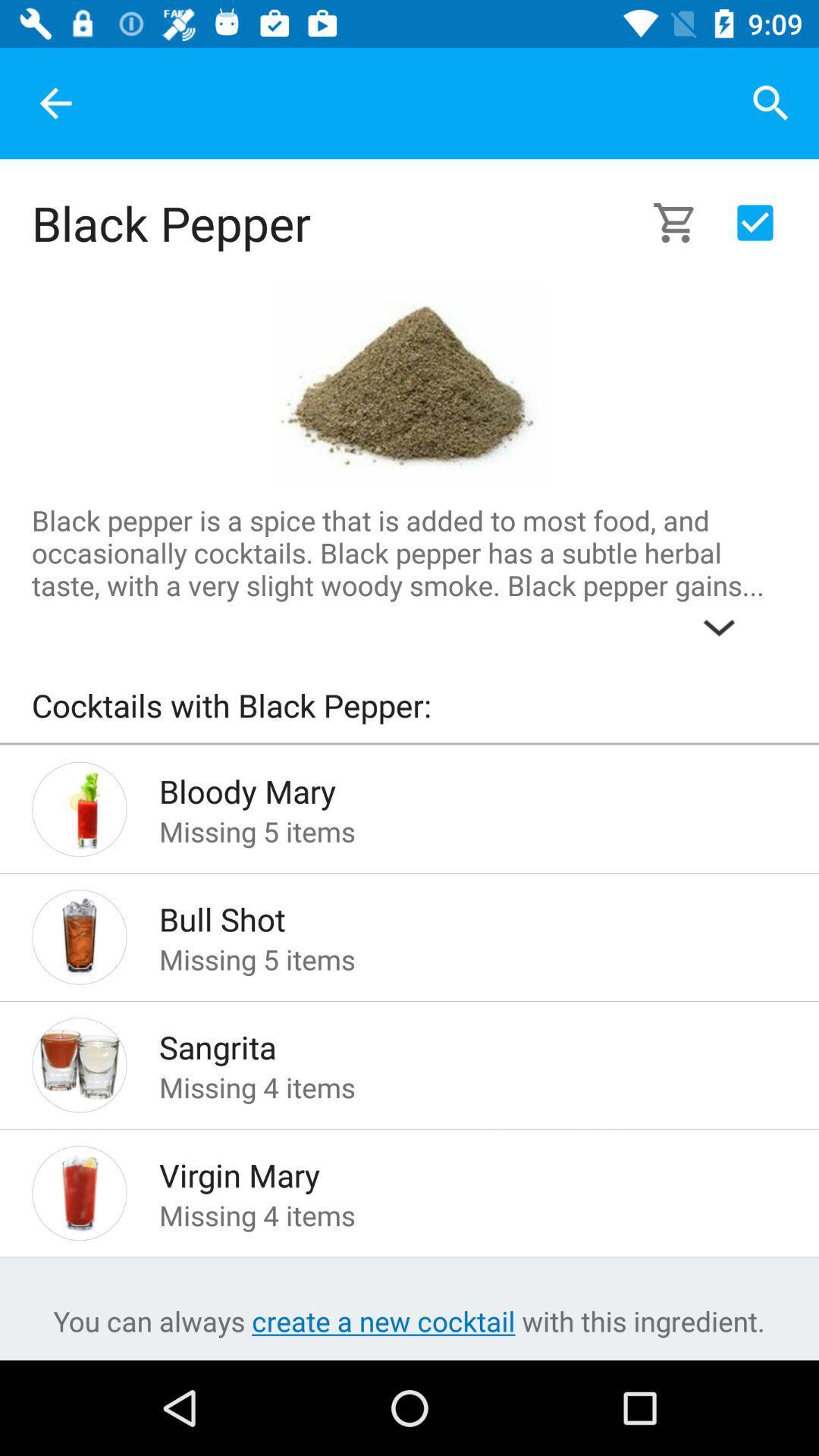  What do you see at coordinates (448, 786) in the screenshot?
I see `the icon above the missing 5 items icon` at bounding box center [448, 786].